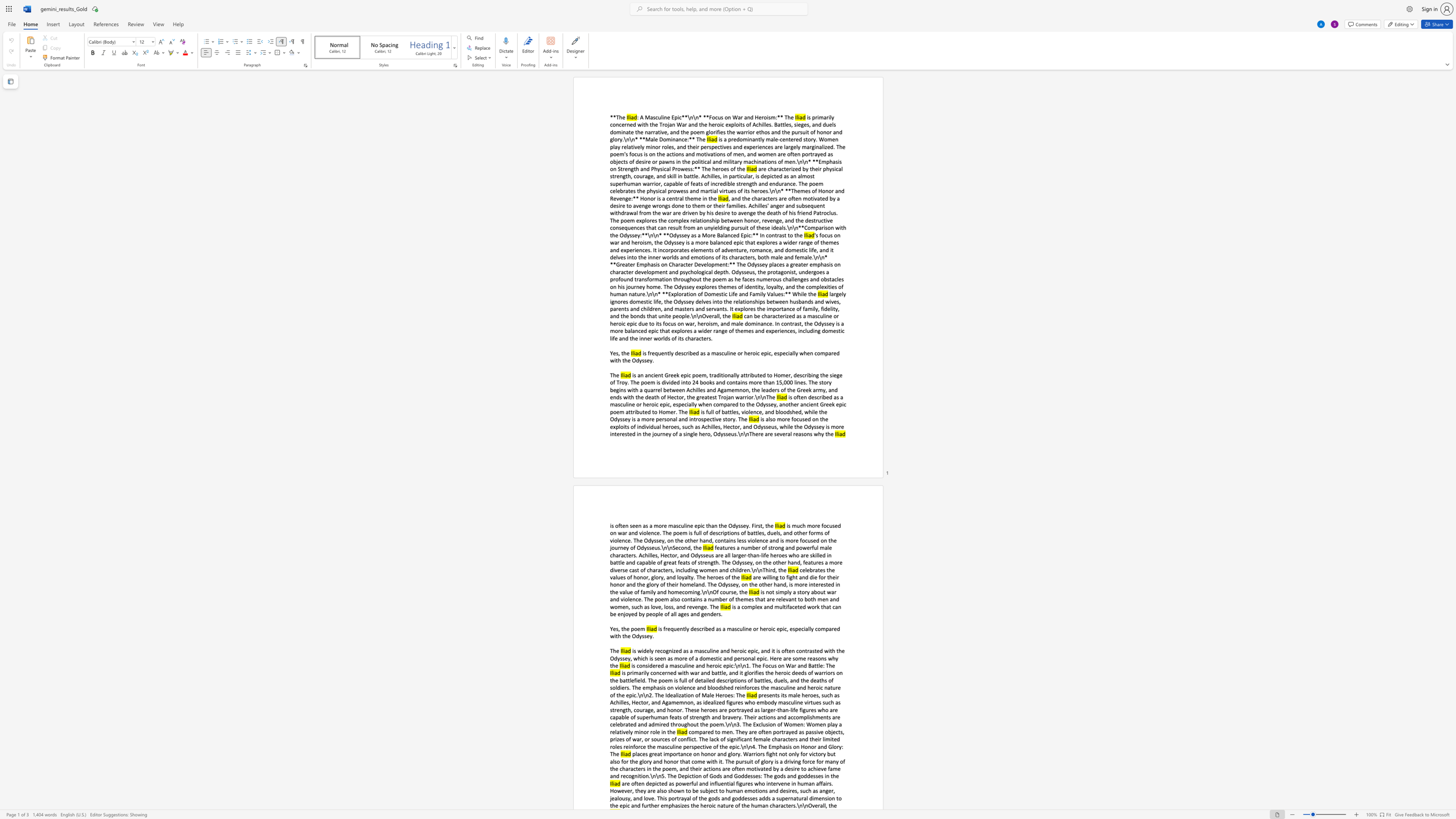 This screenshot has height=819, width=1456. Describe the element at coordinates (815, 805) in the screenshot. I see `the subset text "erall, the" within the text "jealousy, and love. This portrayal of the gods and goddesses adds a supernatural dimension to the epic and further emphasizes the heroic nature of the human characters.\n\nOverall, the"` at that location.